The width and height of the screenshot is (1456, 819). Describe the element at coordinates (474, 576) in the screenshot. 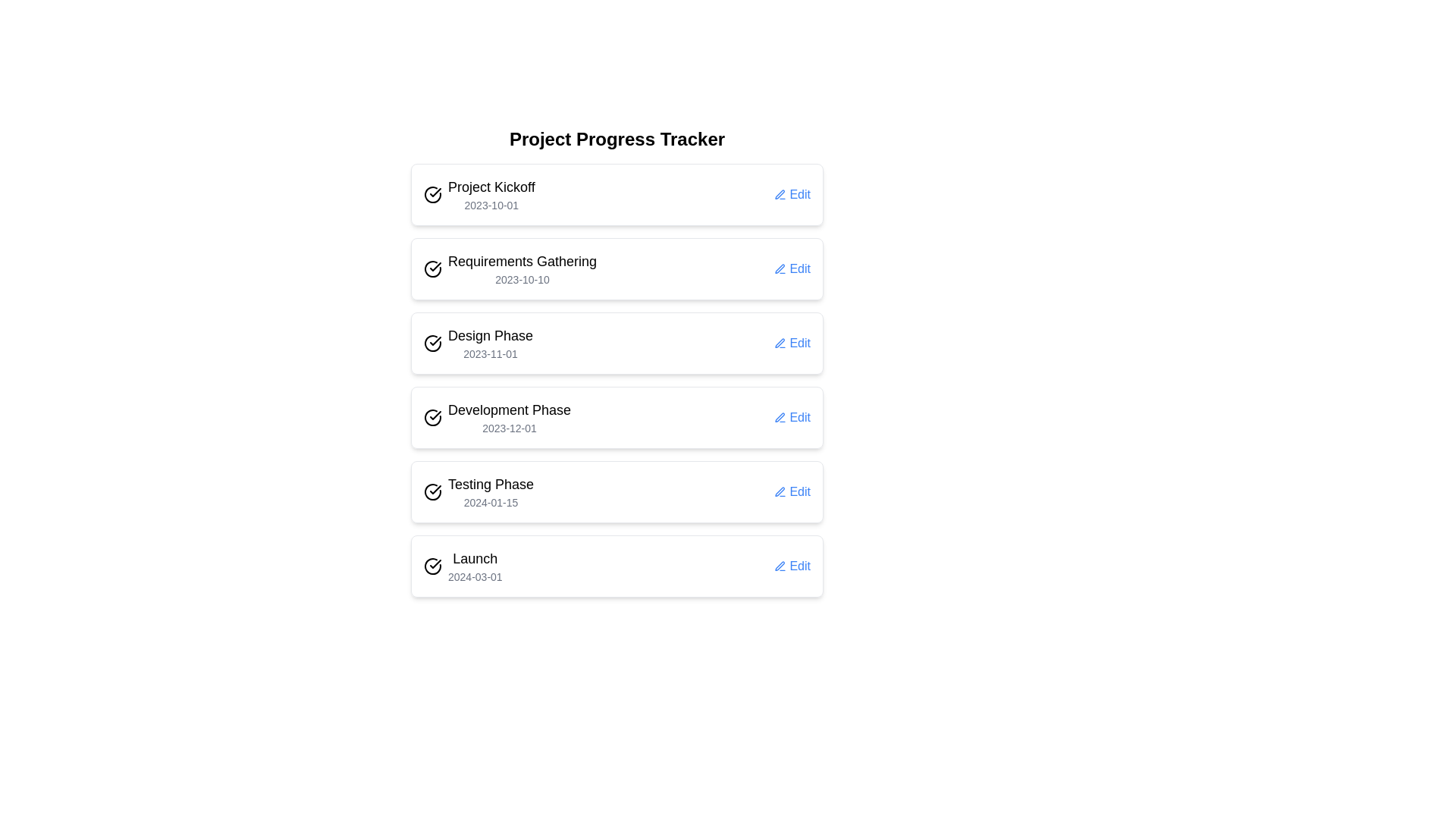

I see `the text label that displays the scheduled date for the 'Launch' task, located at the bottom section of the page within the last task card labeled 'Launch'` at that location.